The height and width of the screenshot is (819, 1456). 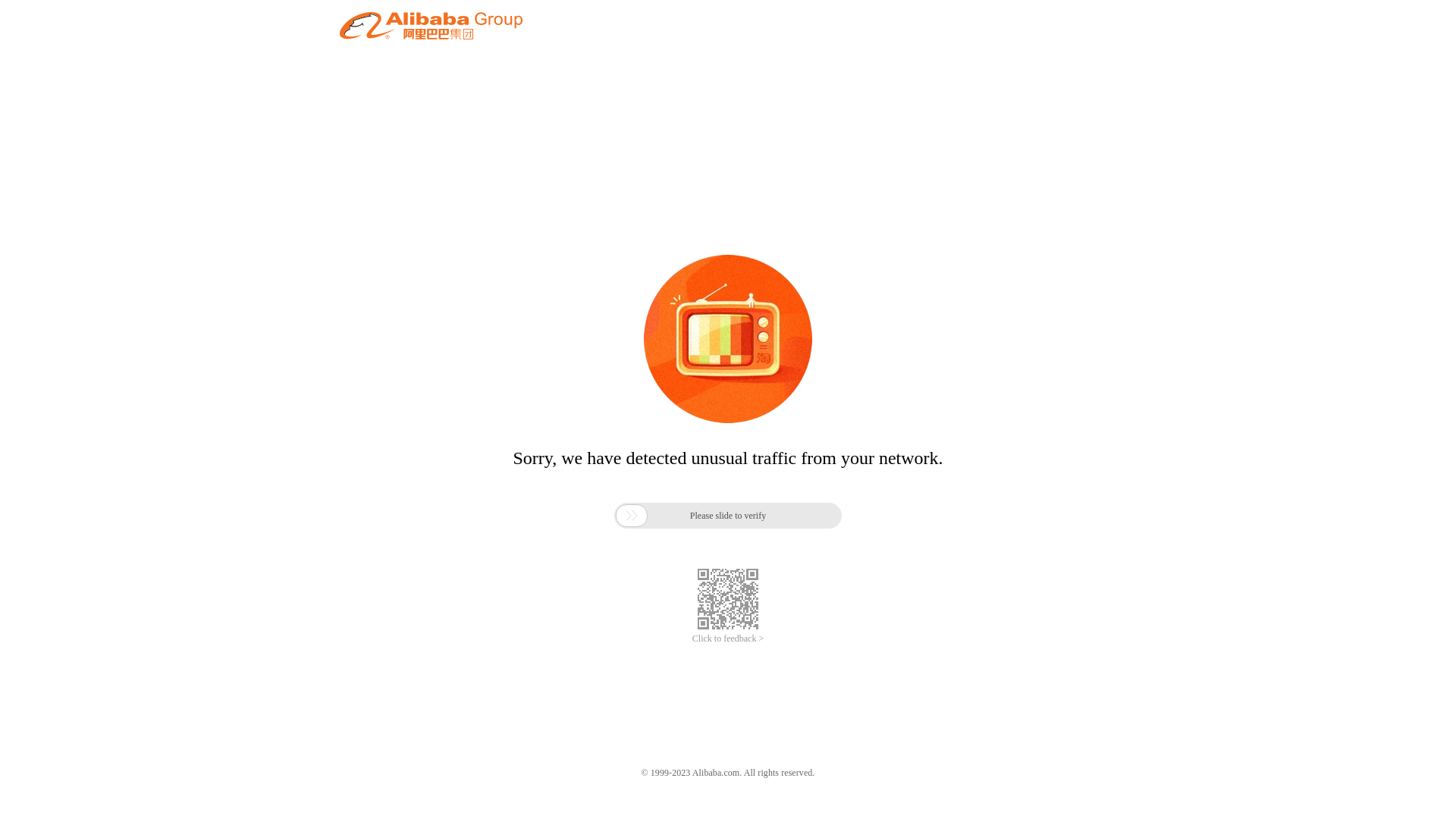 I want to click on 'Click to feedback >', so click(x=728, y=639).